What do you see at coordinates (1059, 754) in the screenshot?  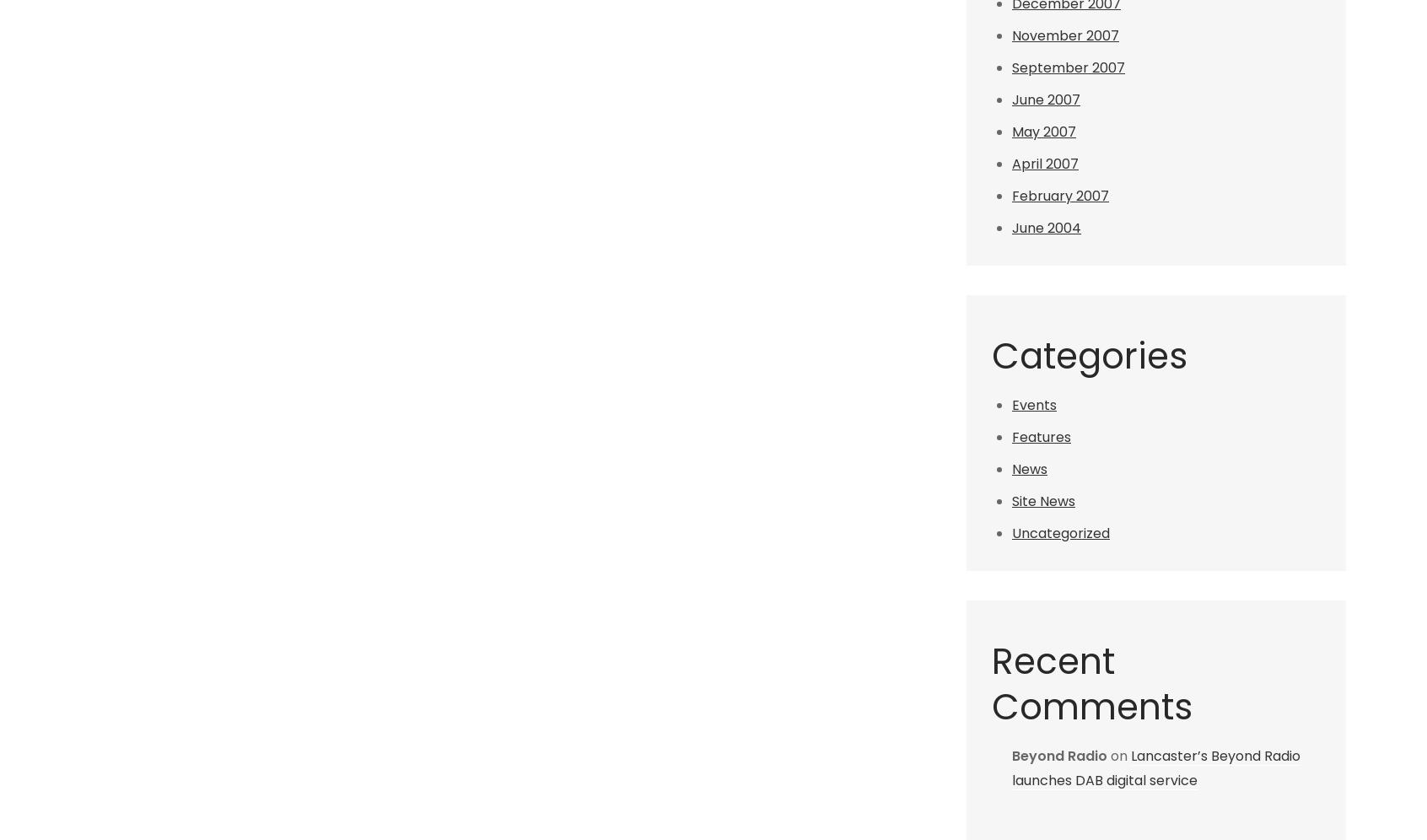 I see `'Beyond Radio'` at bounding box center [1059, 754].